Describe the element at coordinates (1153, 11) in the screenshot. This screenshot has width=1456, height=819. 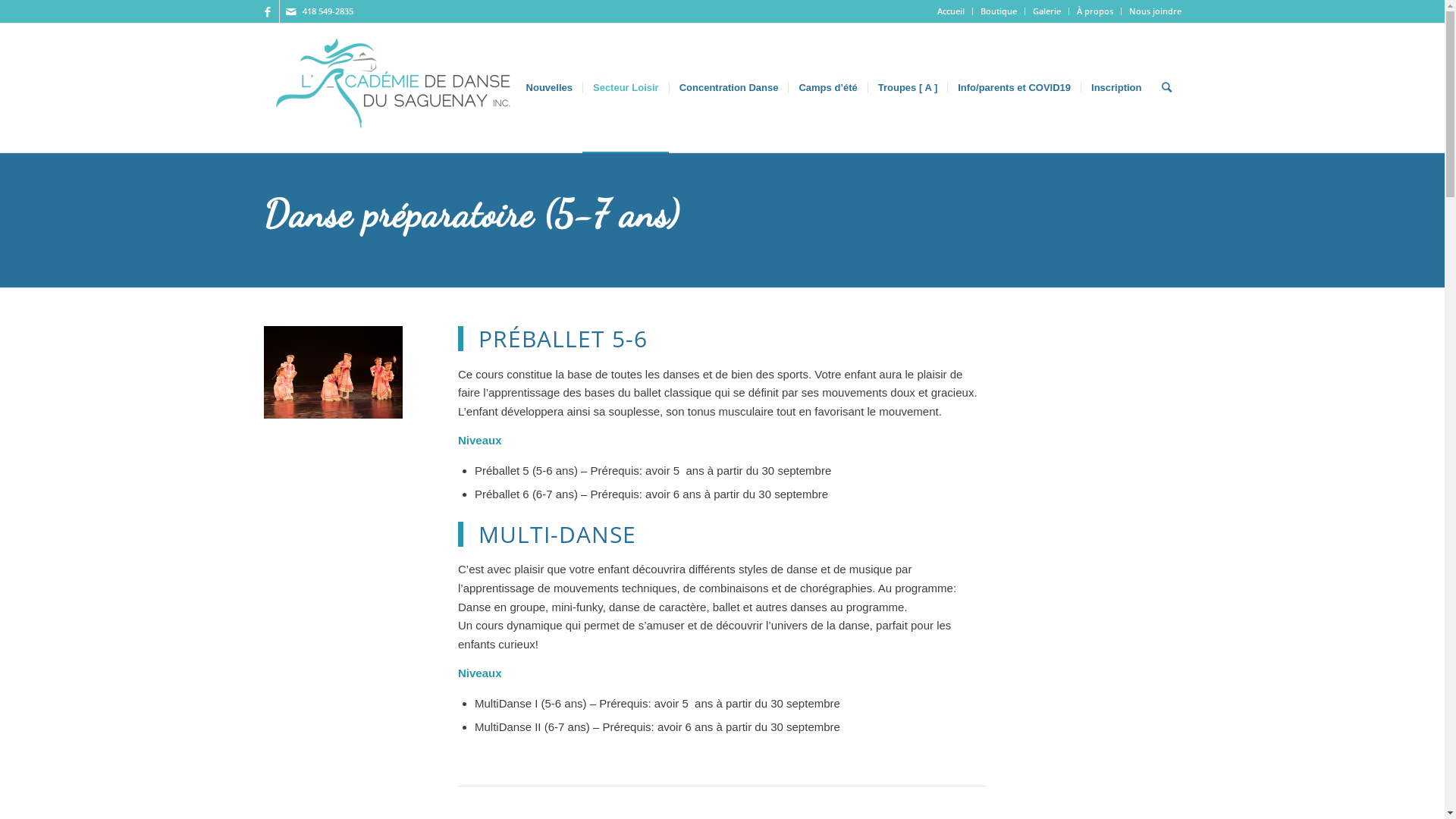
I see `'Nous joindre'` at that location.